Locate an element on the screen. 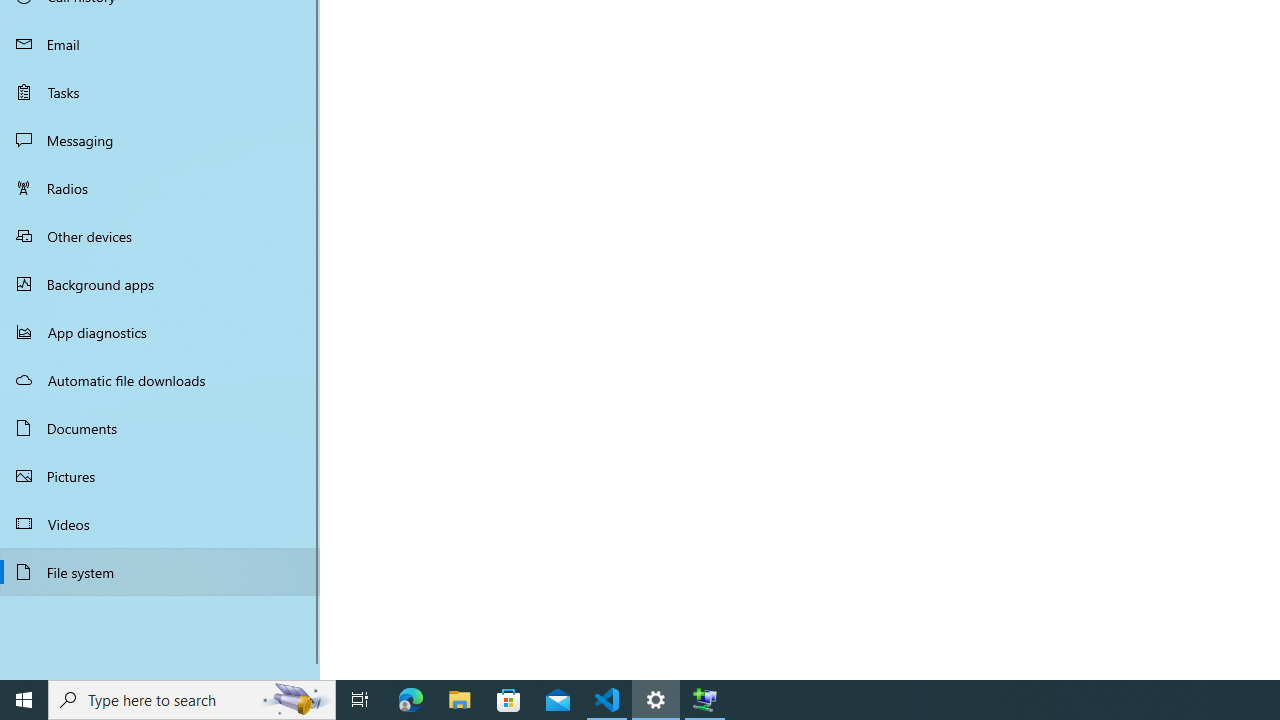  'Videos' is located at coordinates (160, 522).